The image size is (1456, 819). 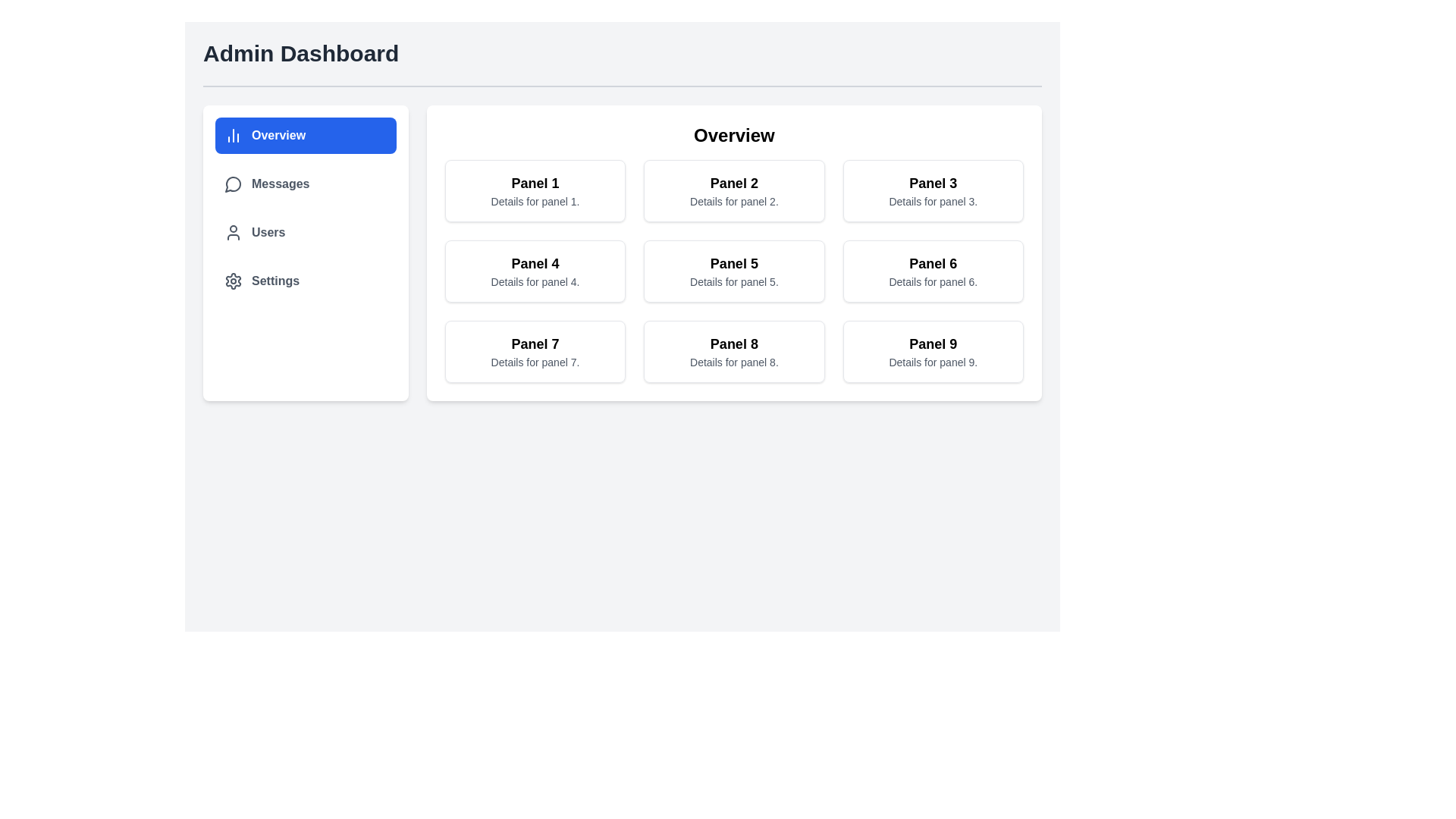 I want to click on the text label reading 'Panel 8', which is styled in bold, large black font and serves as the heading of a card in the Overview section, so click(x=734, y=344).